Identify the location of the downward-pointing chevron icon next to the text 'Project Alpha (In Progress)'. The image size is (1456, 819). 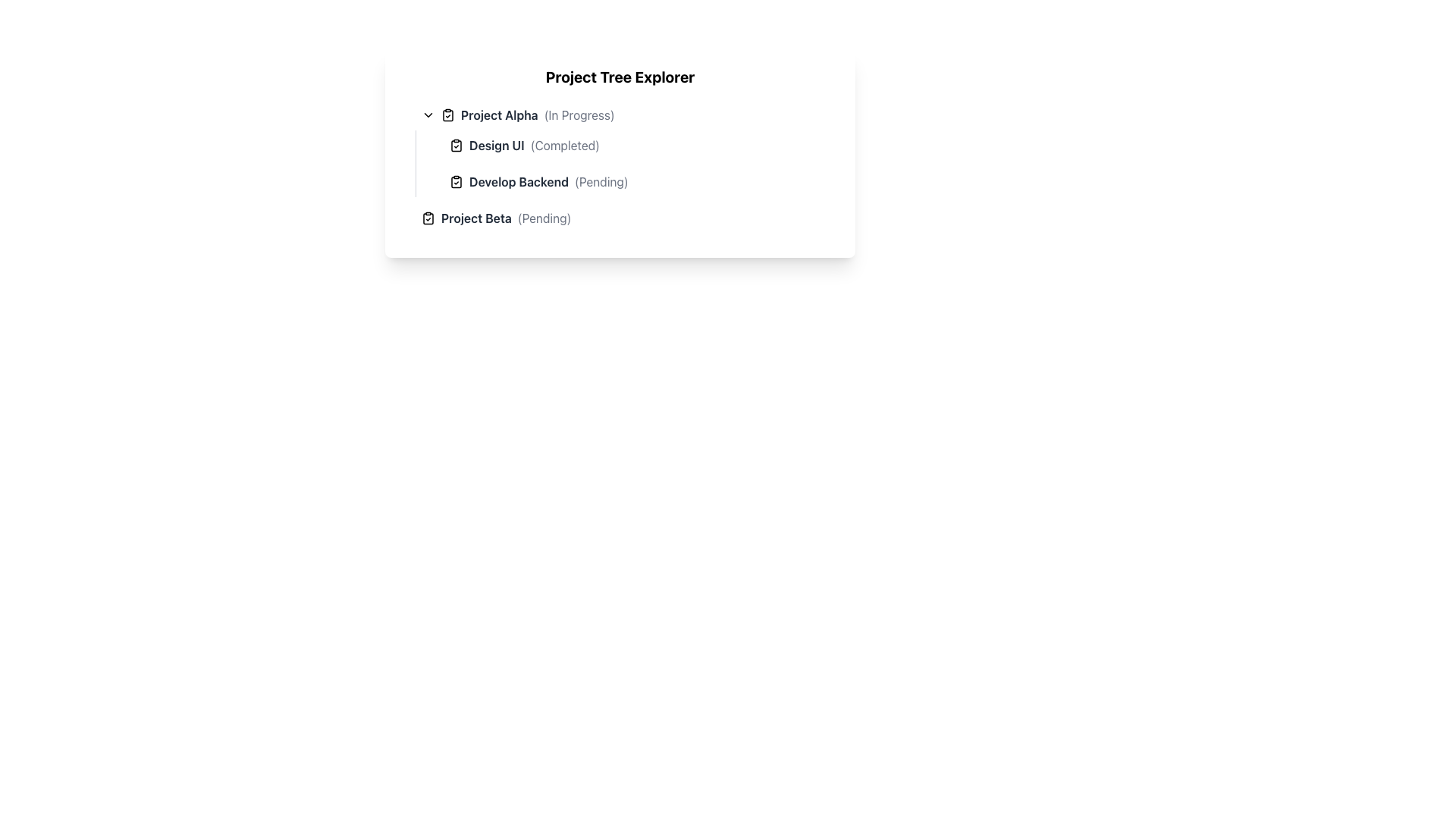
(428, 114).